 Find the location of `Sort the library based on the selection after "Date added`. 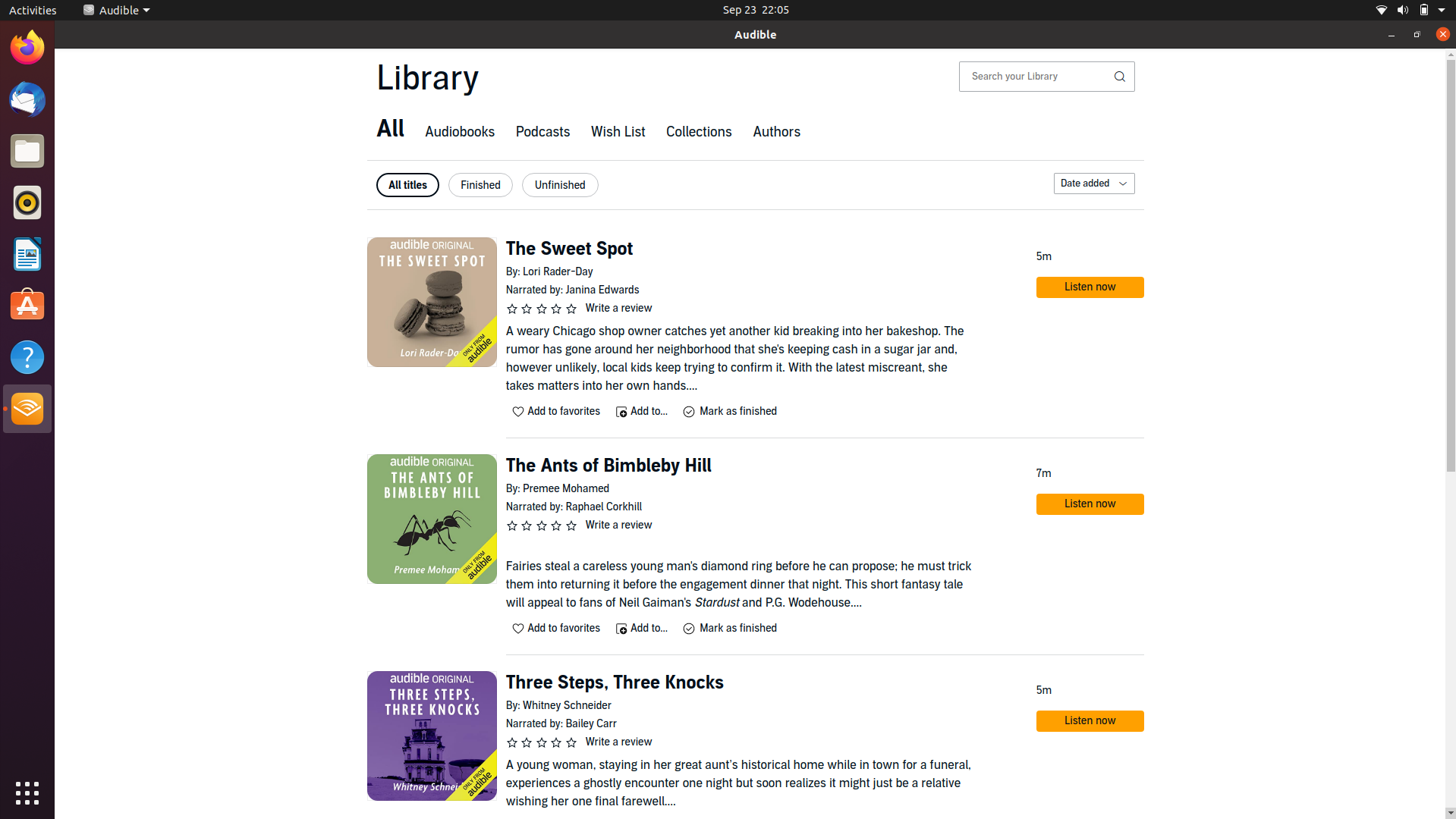

Sort the library based on the selection after "Date added is located at coordinates (1093, 183).